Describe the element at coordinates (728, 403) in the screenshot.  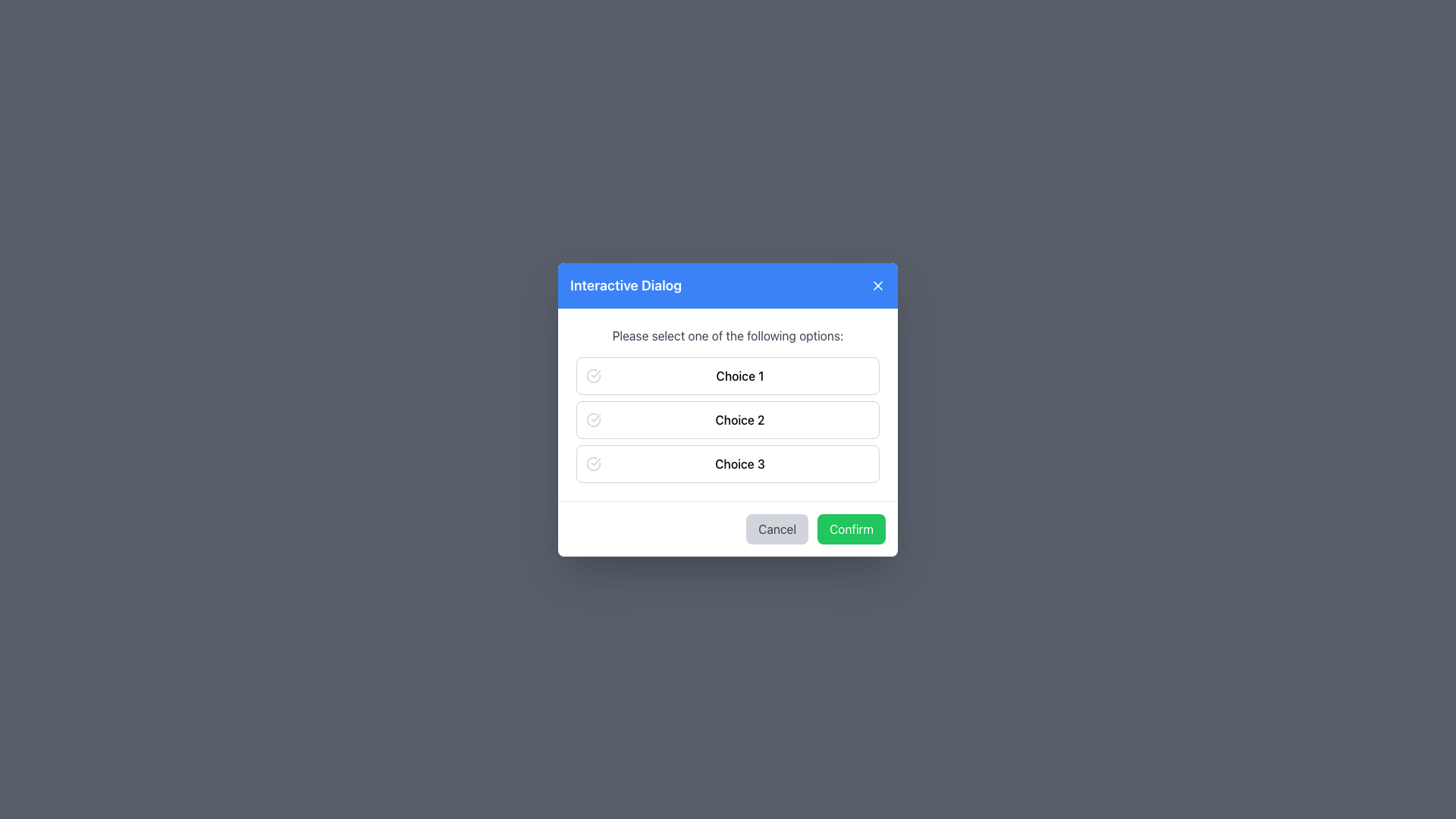
I see `the group of interactive buttons located in the modal dialog titled 'Interactive Dialog'` at that location.